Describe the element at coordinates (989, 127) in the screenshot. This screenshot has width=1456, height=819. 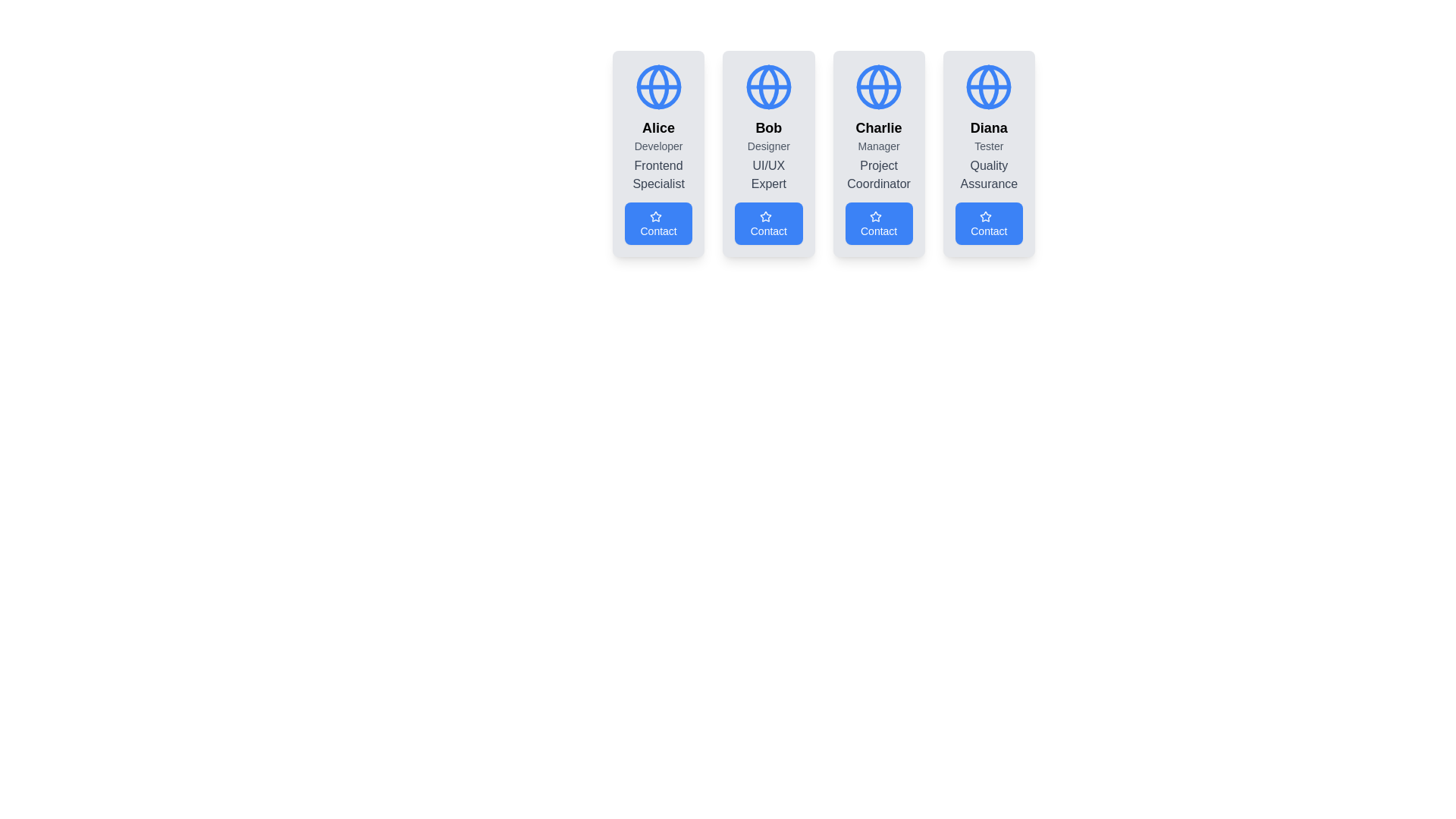
I see `name displayed in the bold text block labeled 'Diana', which is part of the fourth profile card in a horizontal list` at that location.